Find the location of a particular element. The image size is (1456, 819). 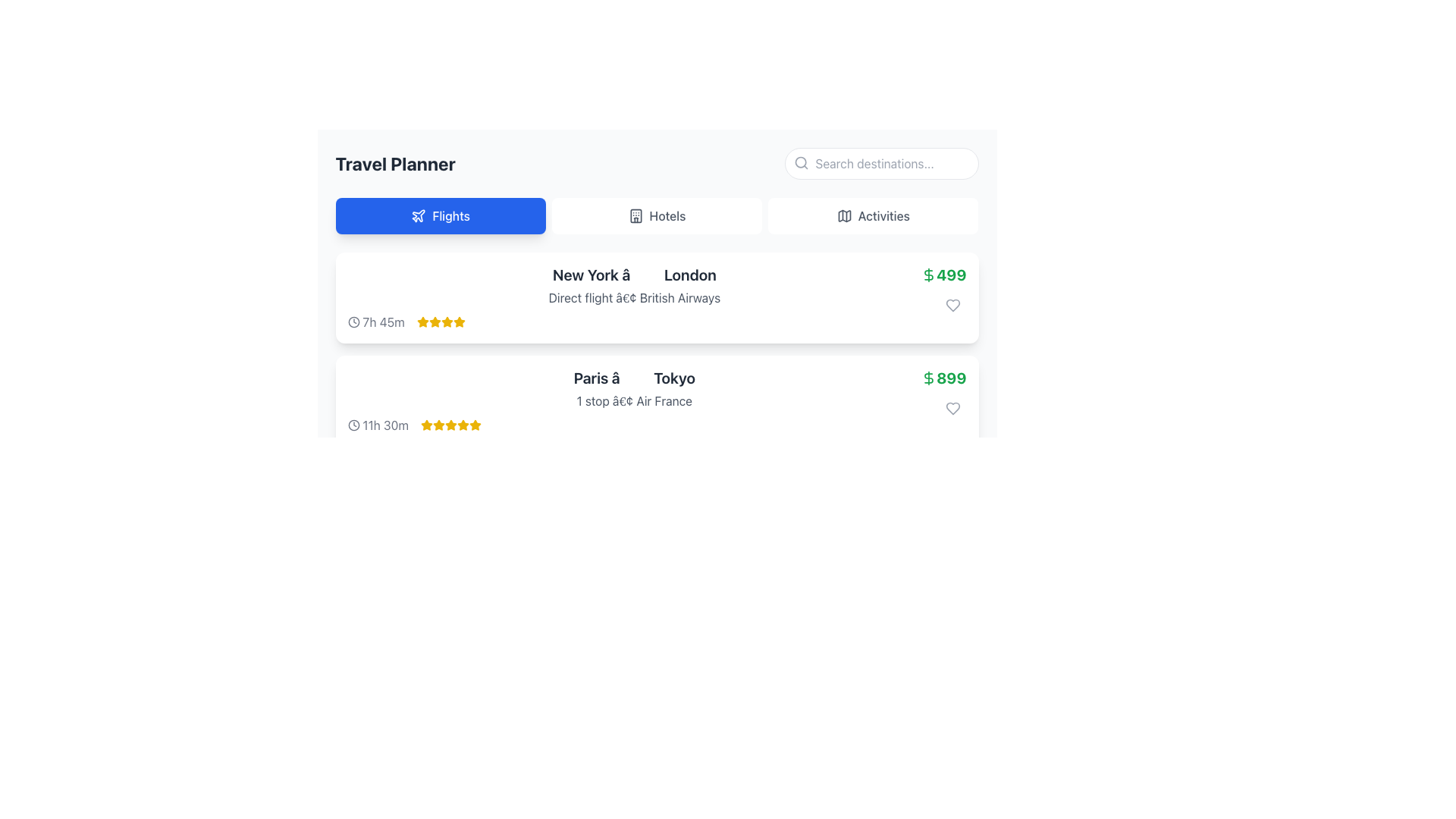

the first star icon in the rating system is located at coordinates (422, 321).